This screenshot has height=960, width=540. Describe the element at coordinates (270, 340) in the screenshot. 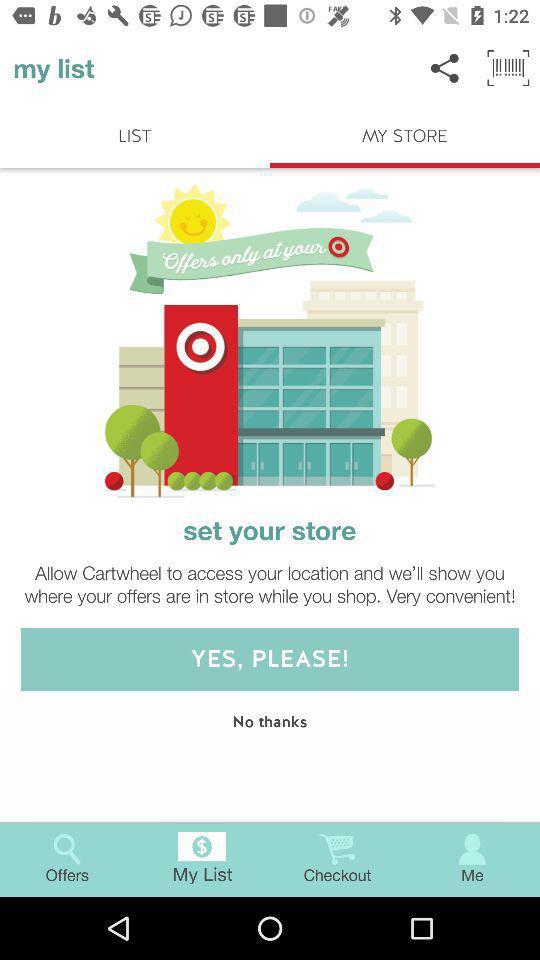

I see `image` at that location.